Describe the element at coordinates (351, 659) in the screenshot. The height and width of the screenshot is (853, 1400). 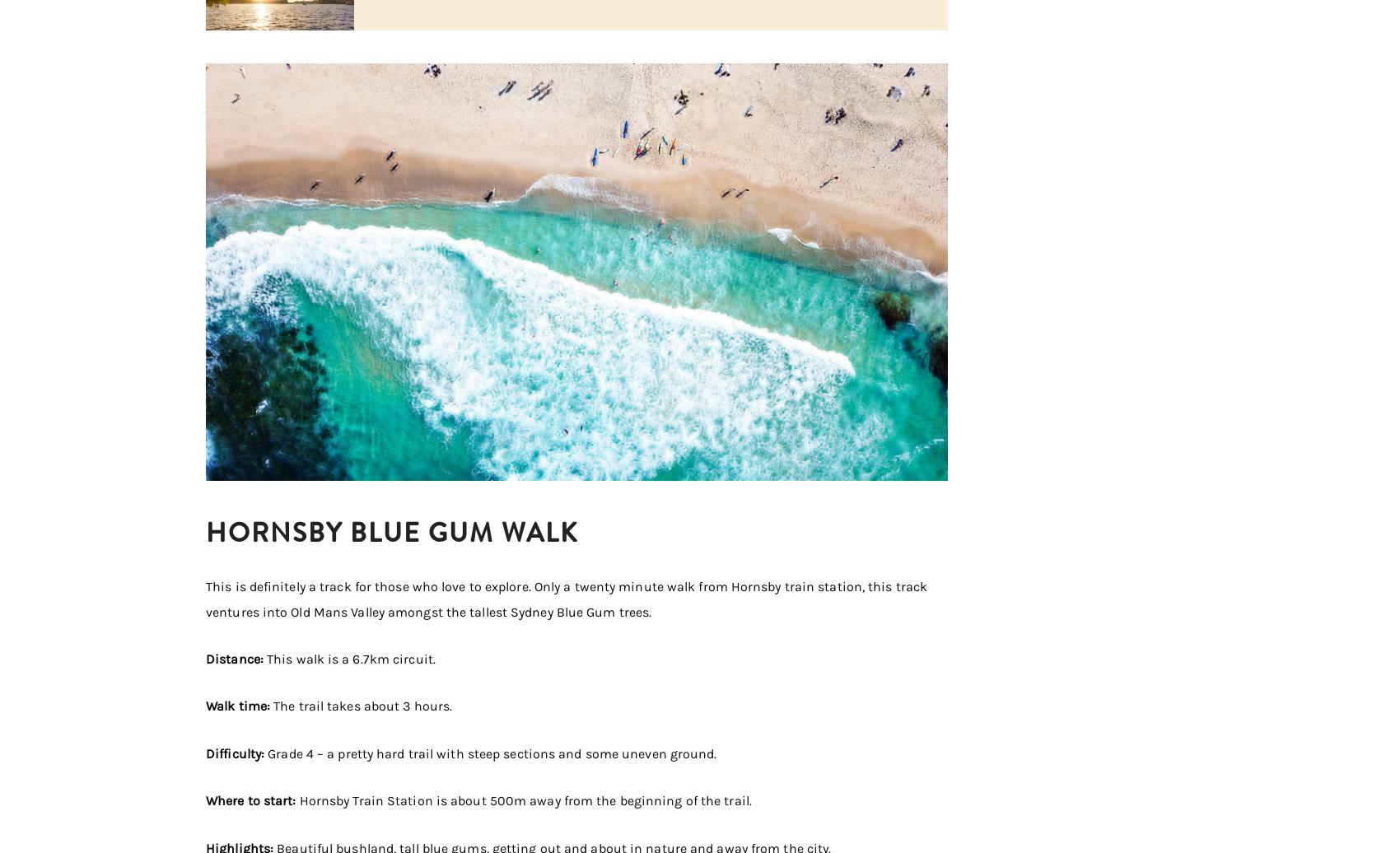
I see `'This walk is a 6.7km circuit.'` at that location.